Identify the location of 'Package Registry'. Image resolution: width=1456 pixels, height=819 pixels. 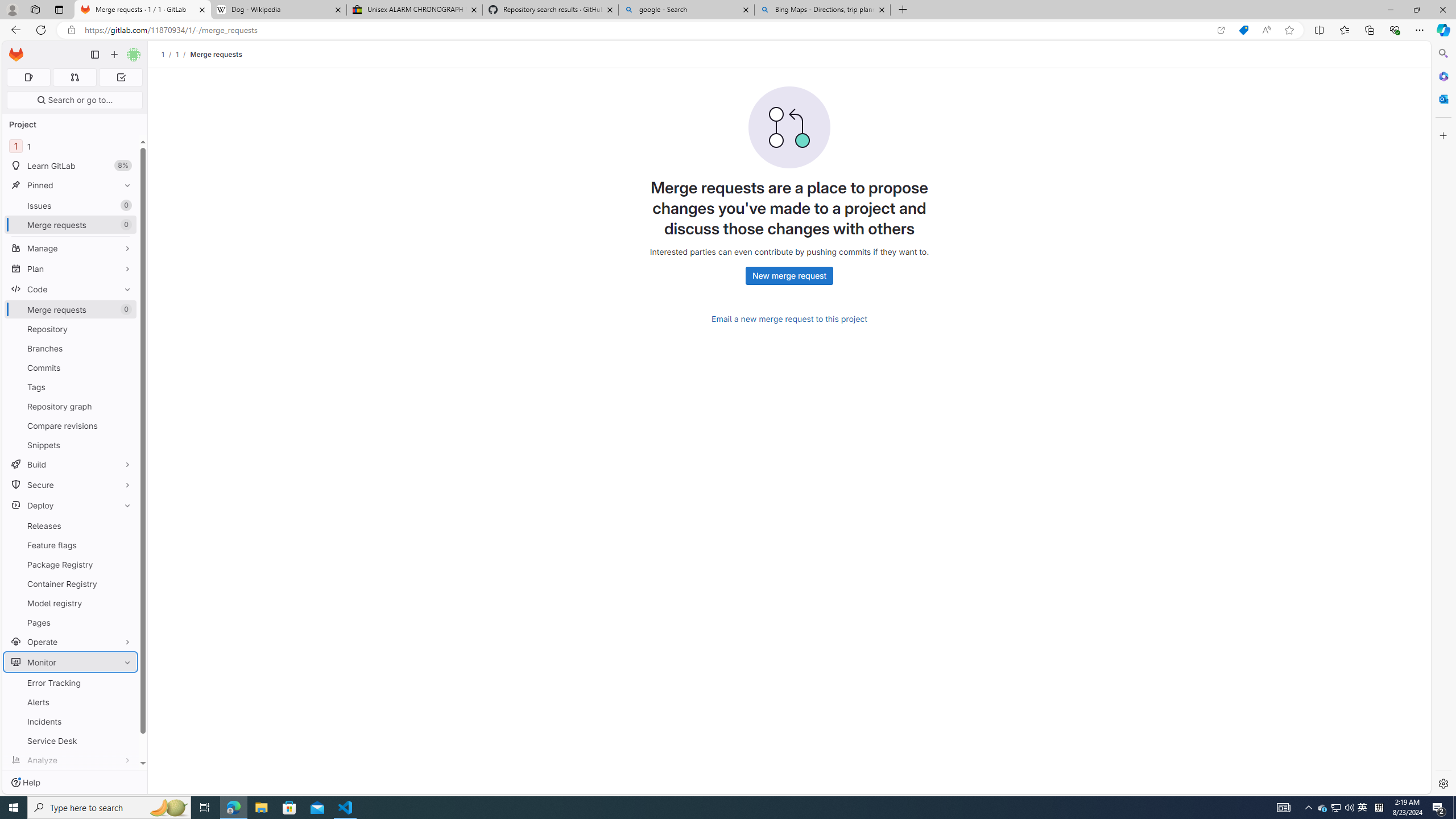
(70, 564).